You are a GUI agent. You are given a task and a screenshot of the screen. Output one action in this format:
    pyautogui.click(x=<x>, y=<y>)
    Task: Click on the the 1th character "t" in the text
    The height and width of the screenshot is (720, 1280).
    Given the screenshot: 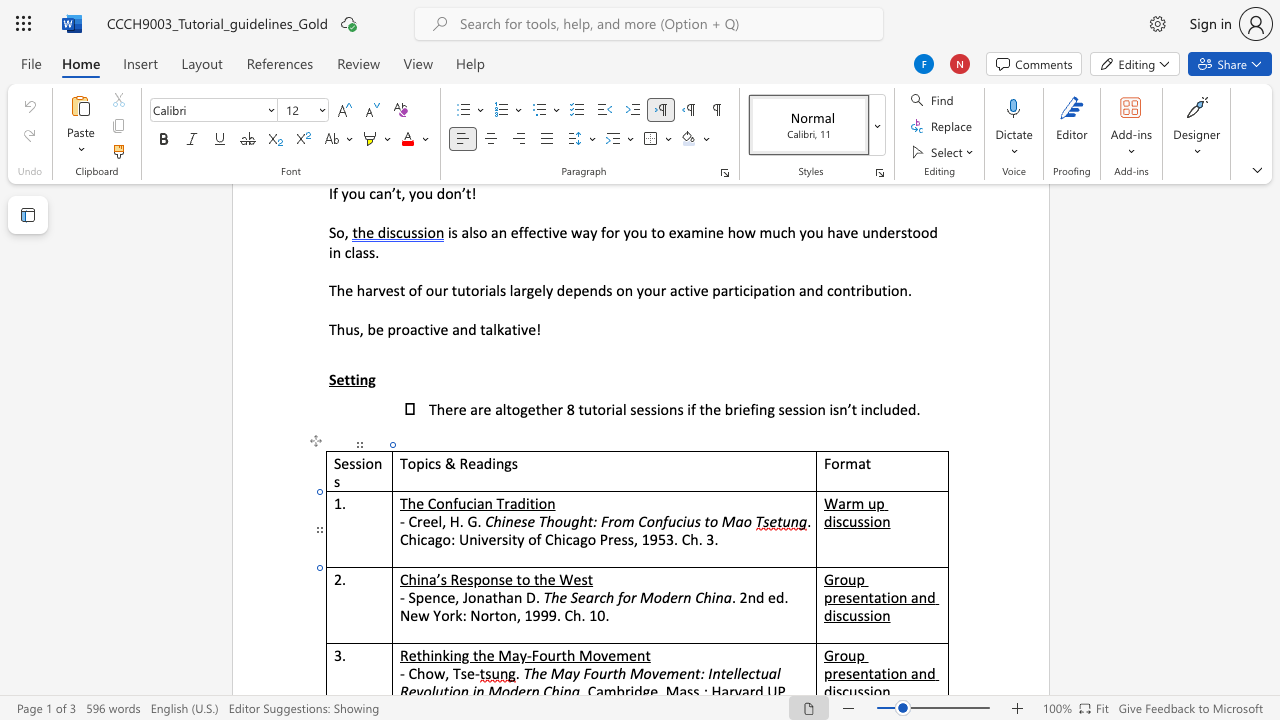 What is the action you would take?
    pyautogui.click(x=532, y=502)
    